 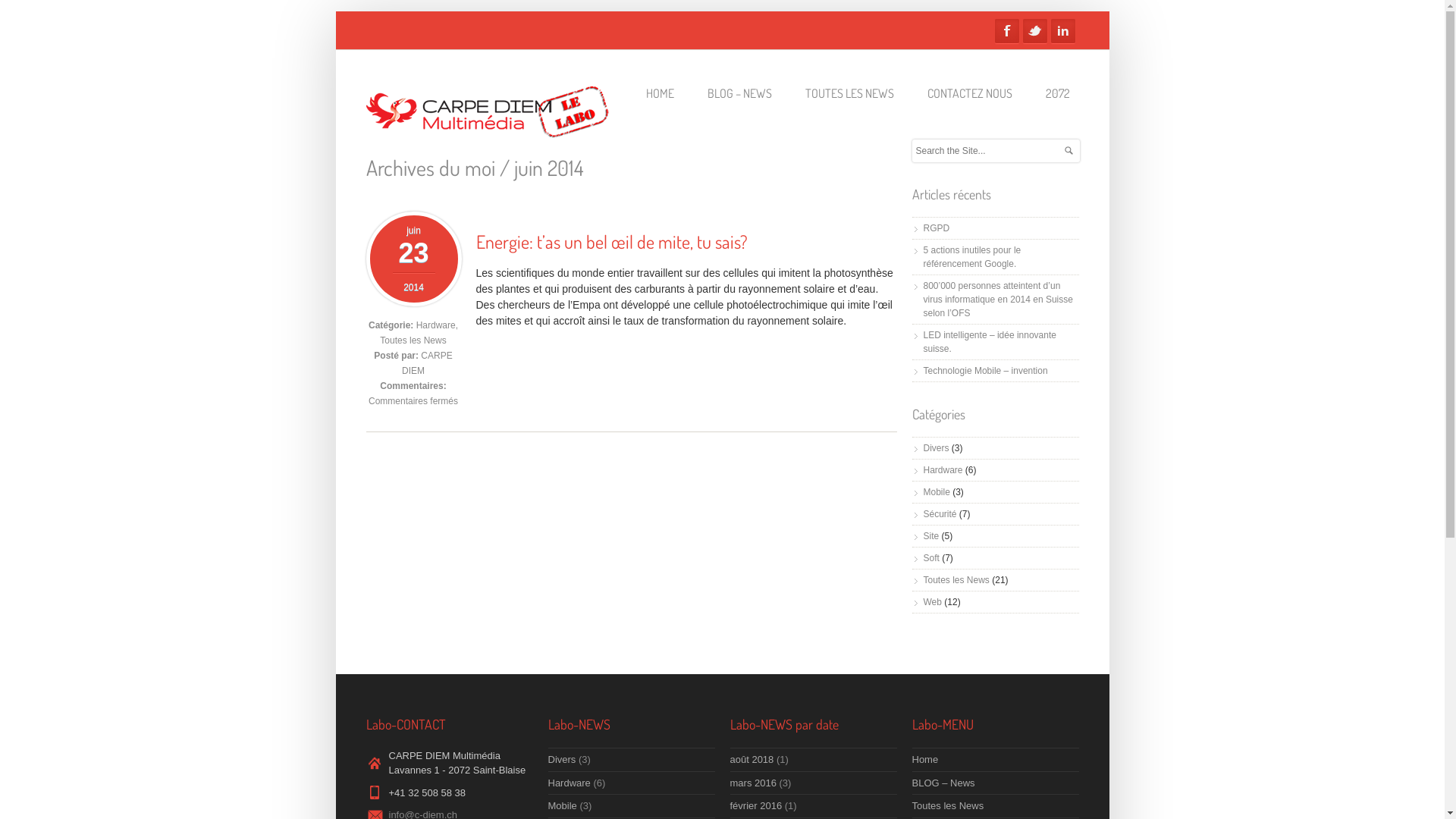 What do you see at coordinates (1056, 94) in the screenshot?
I see `'2072'` at bounding box center [1056, 94].